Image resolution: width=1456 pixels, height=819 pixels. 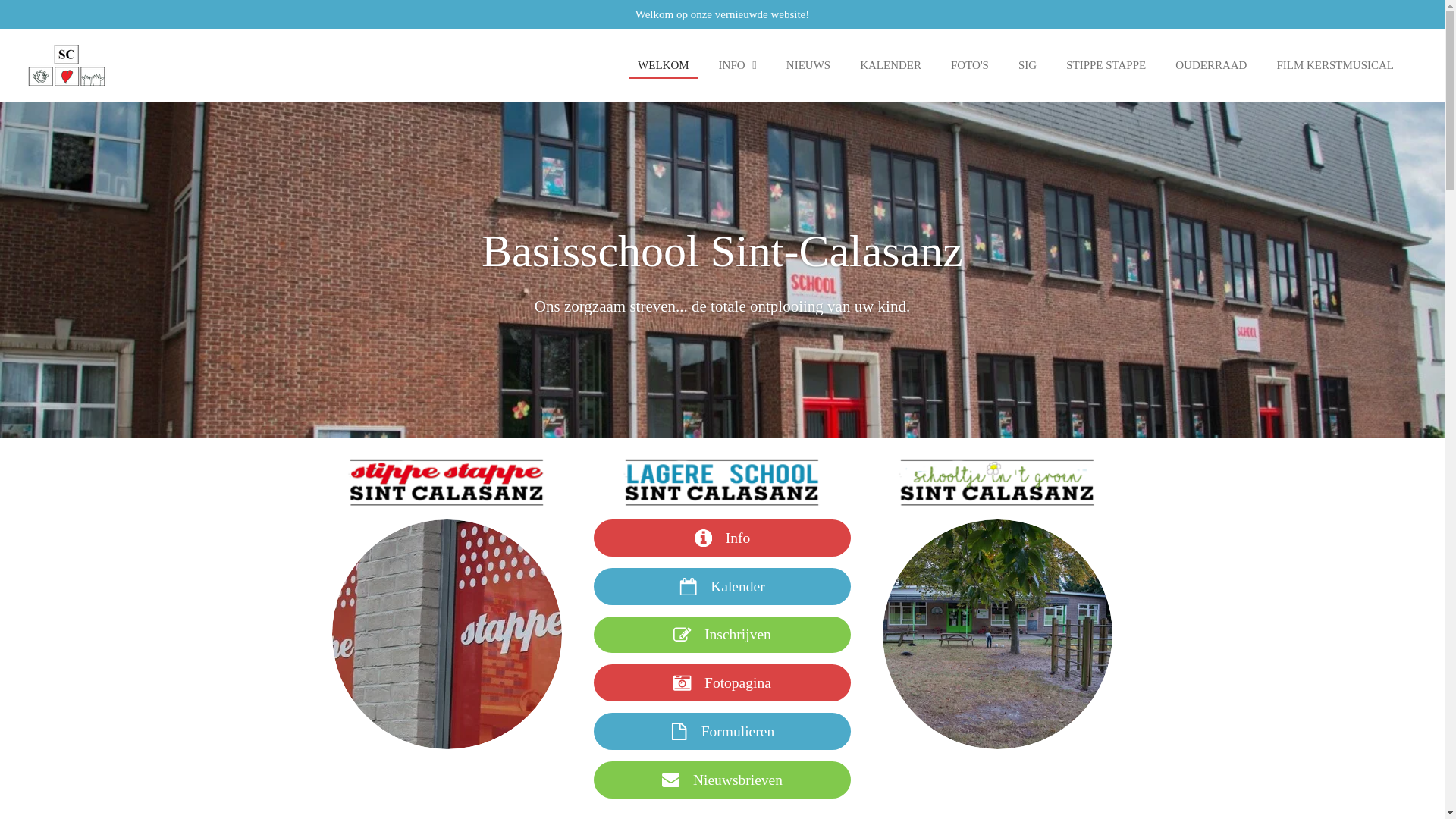 I want to click on 'FOTO'S', so click(x=968, y=64).